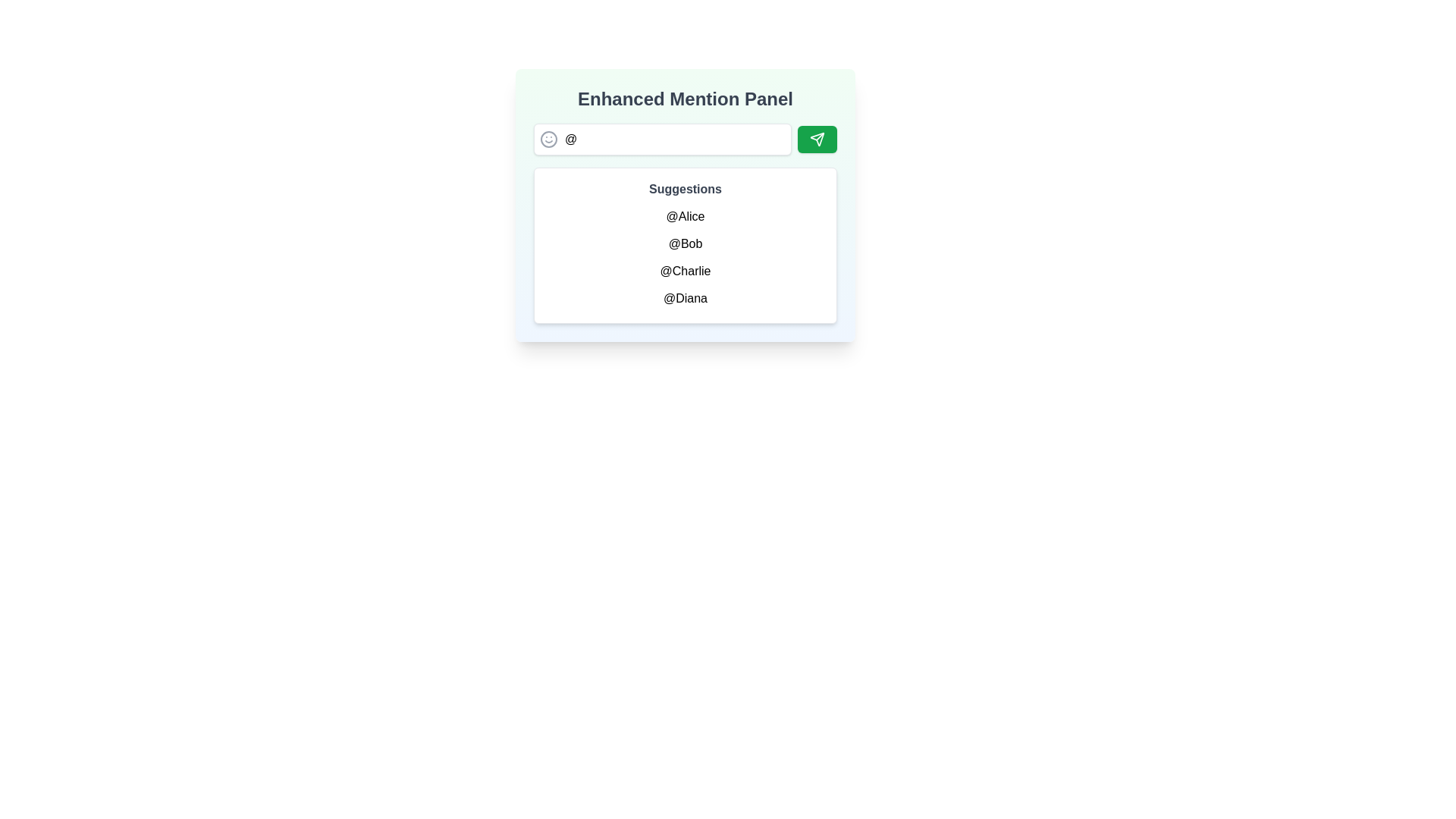 The image size is (1456, 819). Describe the element at coordinates (684, 256) in the screenshot. I see `the username '@Bob' from the list of clickable text items displayed in the Suggestions panel, which is located within the Enhanced Mention Panel` at that location.